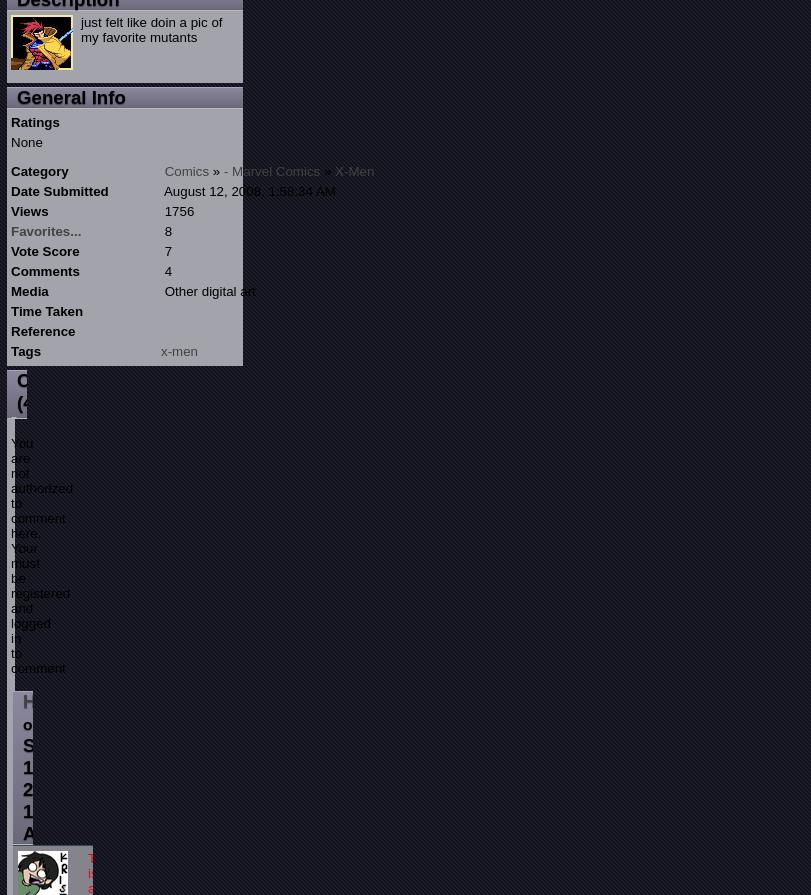 The image size is (811, 895). Describe the element at coordinates (151, 29) in the screenshot. I see `'just felt like doin a pic of my favorite mutants'` at that location.